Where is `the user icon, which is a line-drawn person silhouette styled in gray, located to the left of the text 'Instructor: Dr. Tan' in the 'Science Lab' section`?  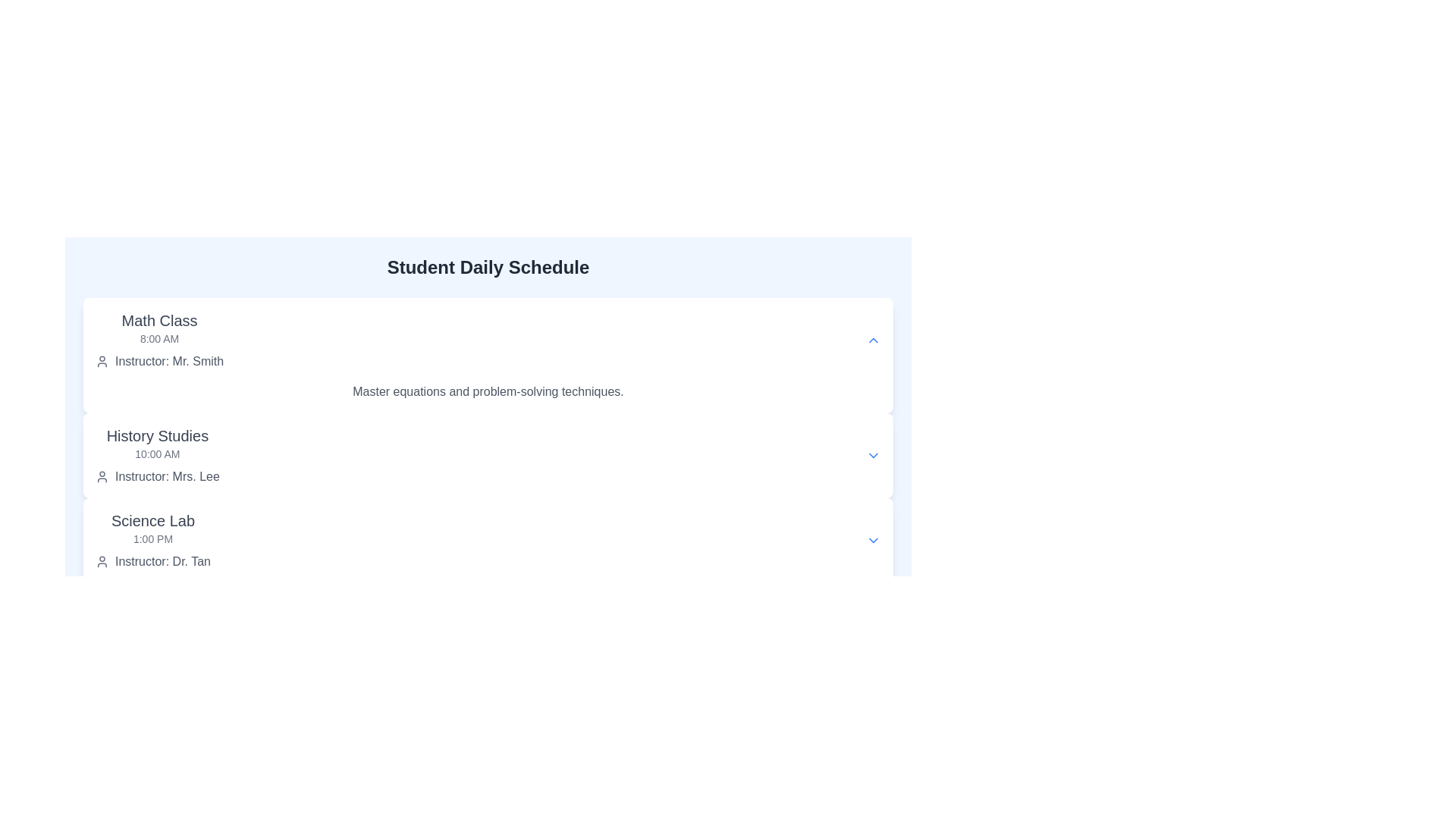
the user icon, which is a line-drawn person silhouette styled in gray, located to the left of the text 'Instructor: Dr. Tan' in the 'Science Lab' section is located at coordinates (101, 561).